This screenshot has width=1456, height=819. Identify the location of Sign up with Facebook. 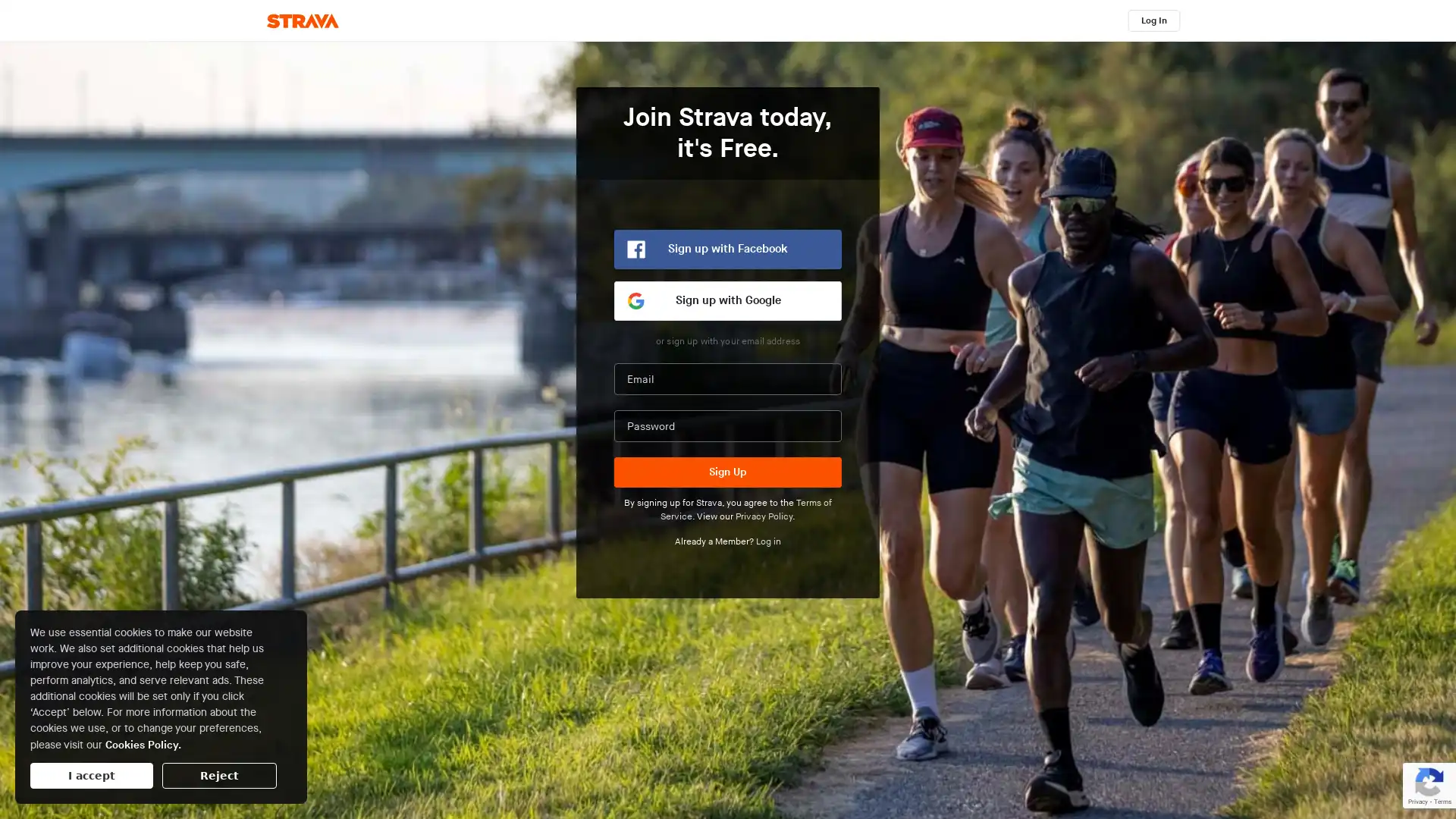
(728, 248).